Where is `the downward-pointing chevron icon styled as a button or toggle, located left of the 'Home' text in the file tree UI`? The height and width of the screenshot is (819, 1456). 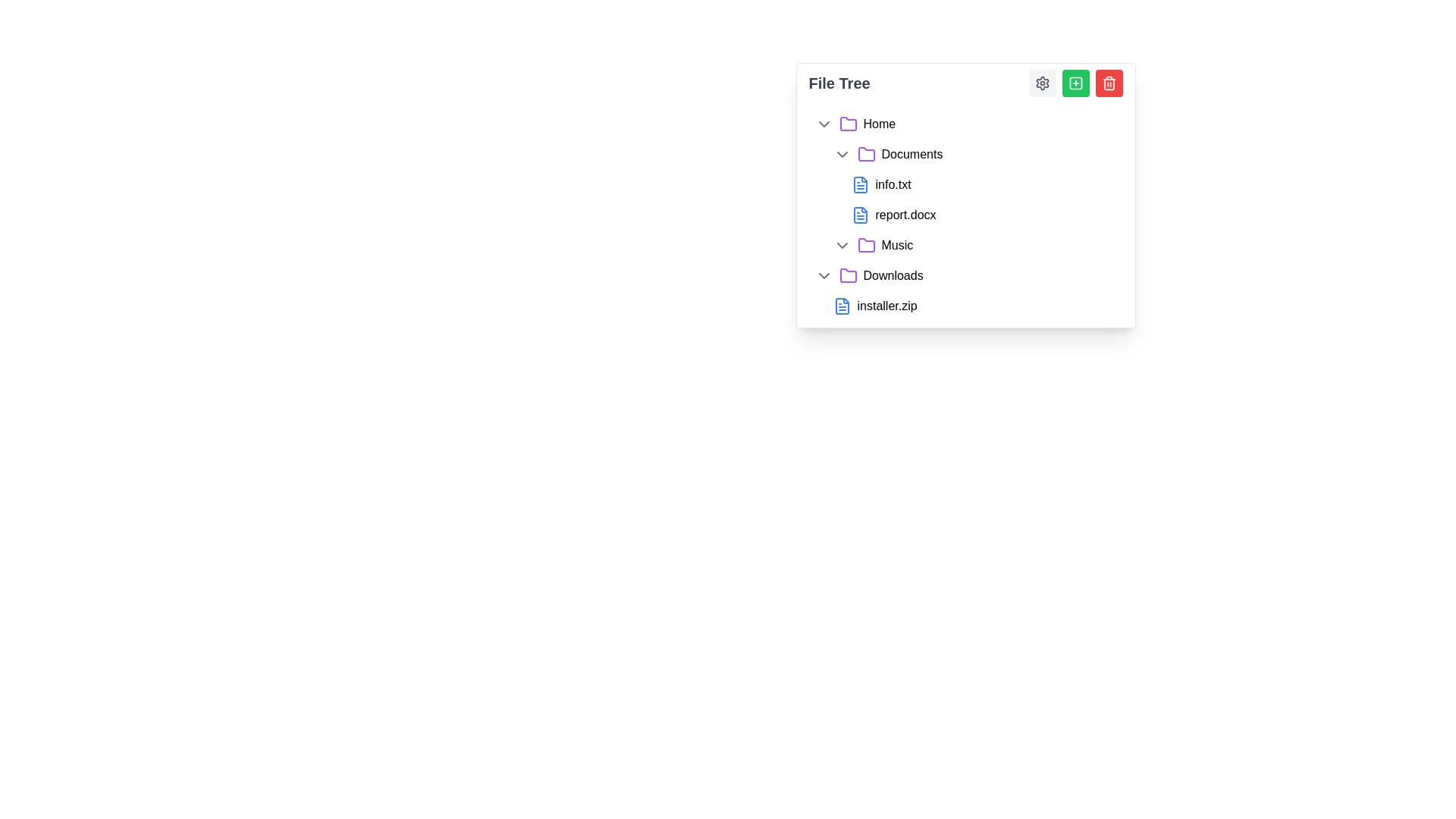
the downward-pointing chevron icon styled as a button or toggle, located left of the 'Home' text in the file tree UI is located at coordinates (823, 124).